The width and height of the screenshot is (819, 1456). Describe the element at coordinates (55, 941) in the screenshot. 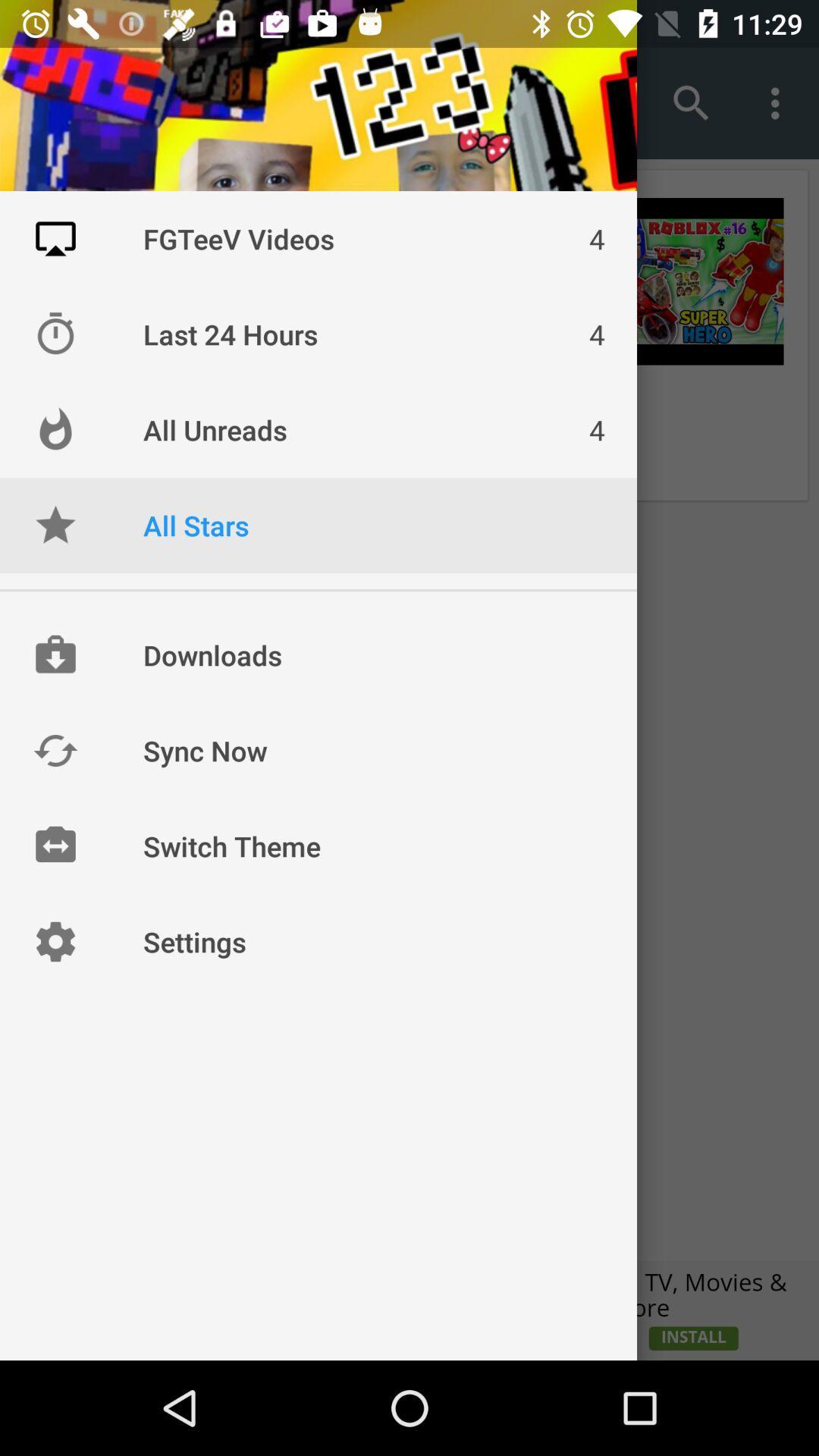

I see `the settings icon` at that location.